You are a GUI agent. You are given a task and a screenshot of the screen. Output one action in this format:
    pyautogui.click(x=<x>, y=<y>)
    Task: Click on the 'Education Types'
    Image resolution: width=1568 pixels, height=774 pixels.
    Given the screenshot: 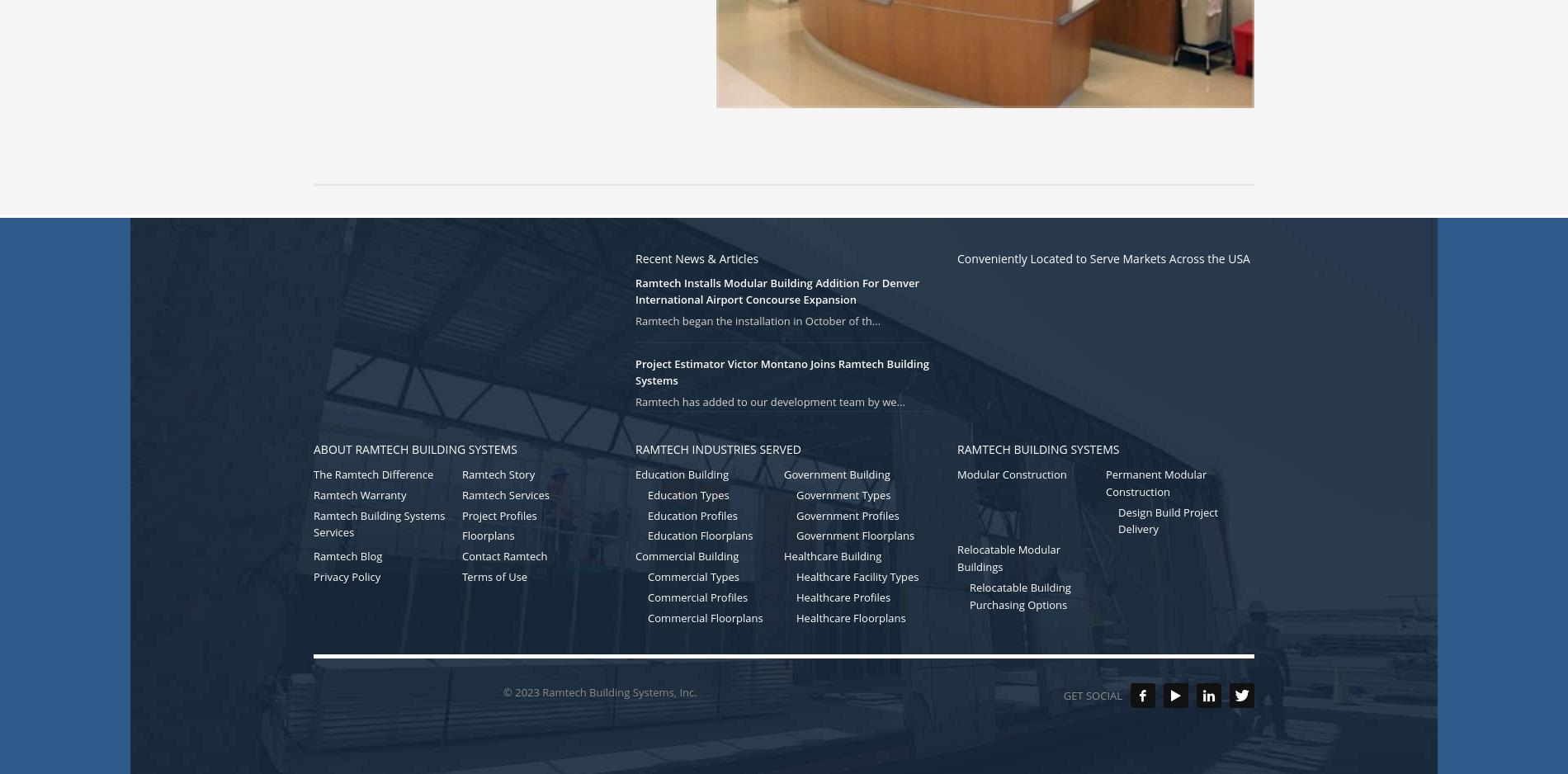 What is the action you would take?
    pyautogui.click(x=687, y=493)
    